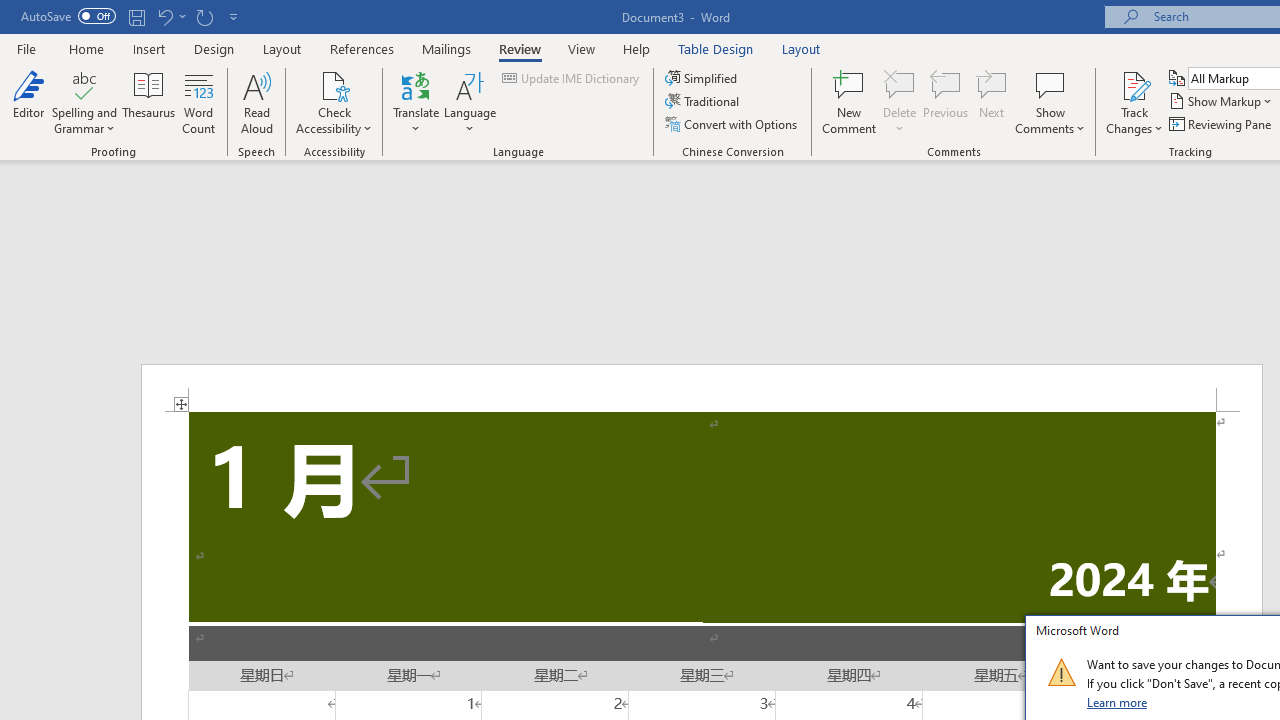 The width and height of the screenshot is (1280, 720). I want to click on 'Convert with Options...', so click(731, 124).